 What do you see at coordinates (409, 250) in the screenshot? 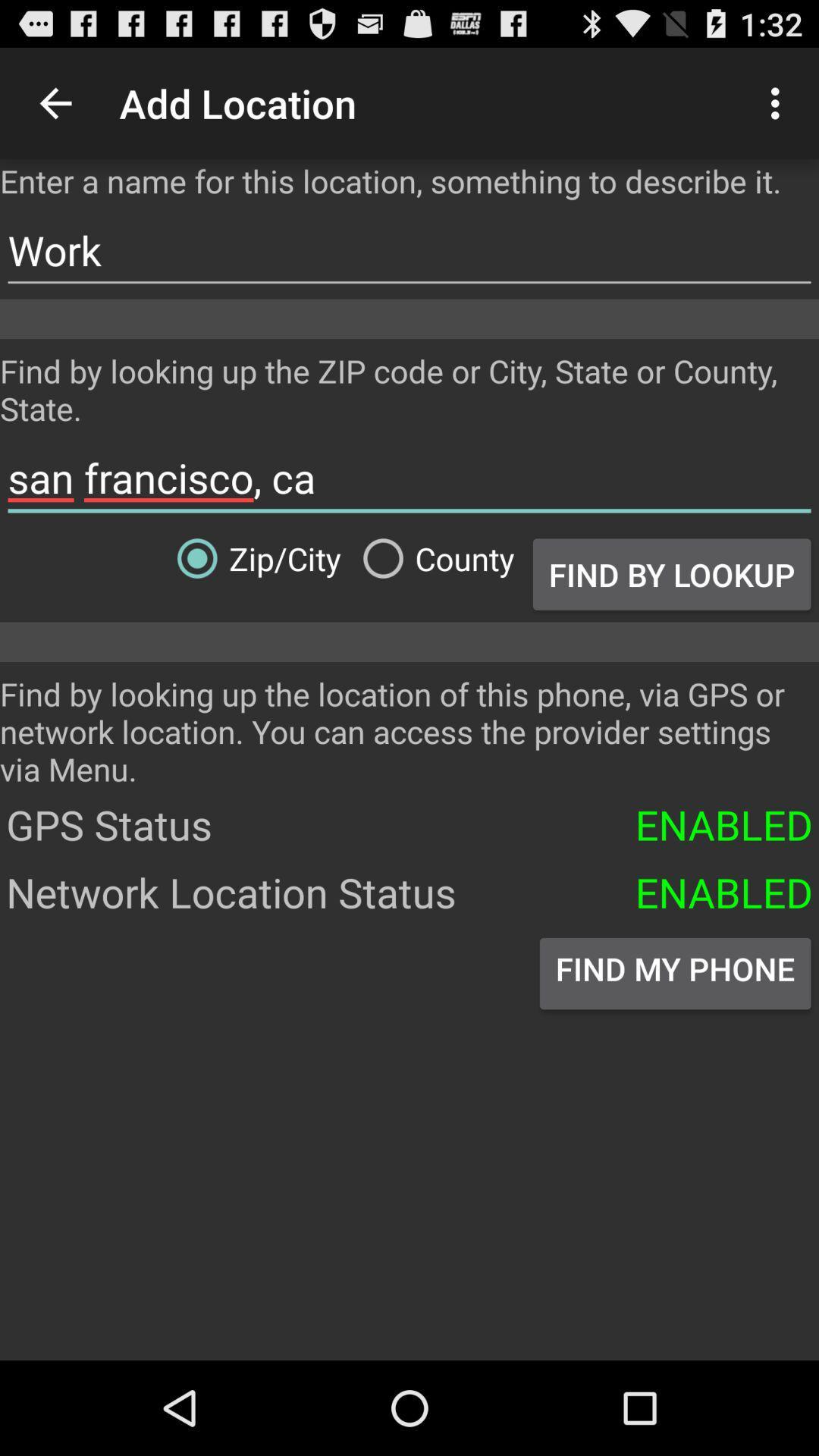
I see `the work icon` at bounding box center [409, 250].